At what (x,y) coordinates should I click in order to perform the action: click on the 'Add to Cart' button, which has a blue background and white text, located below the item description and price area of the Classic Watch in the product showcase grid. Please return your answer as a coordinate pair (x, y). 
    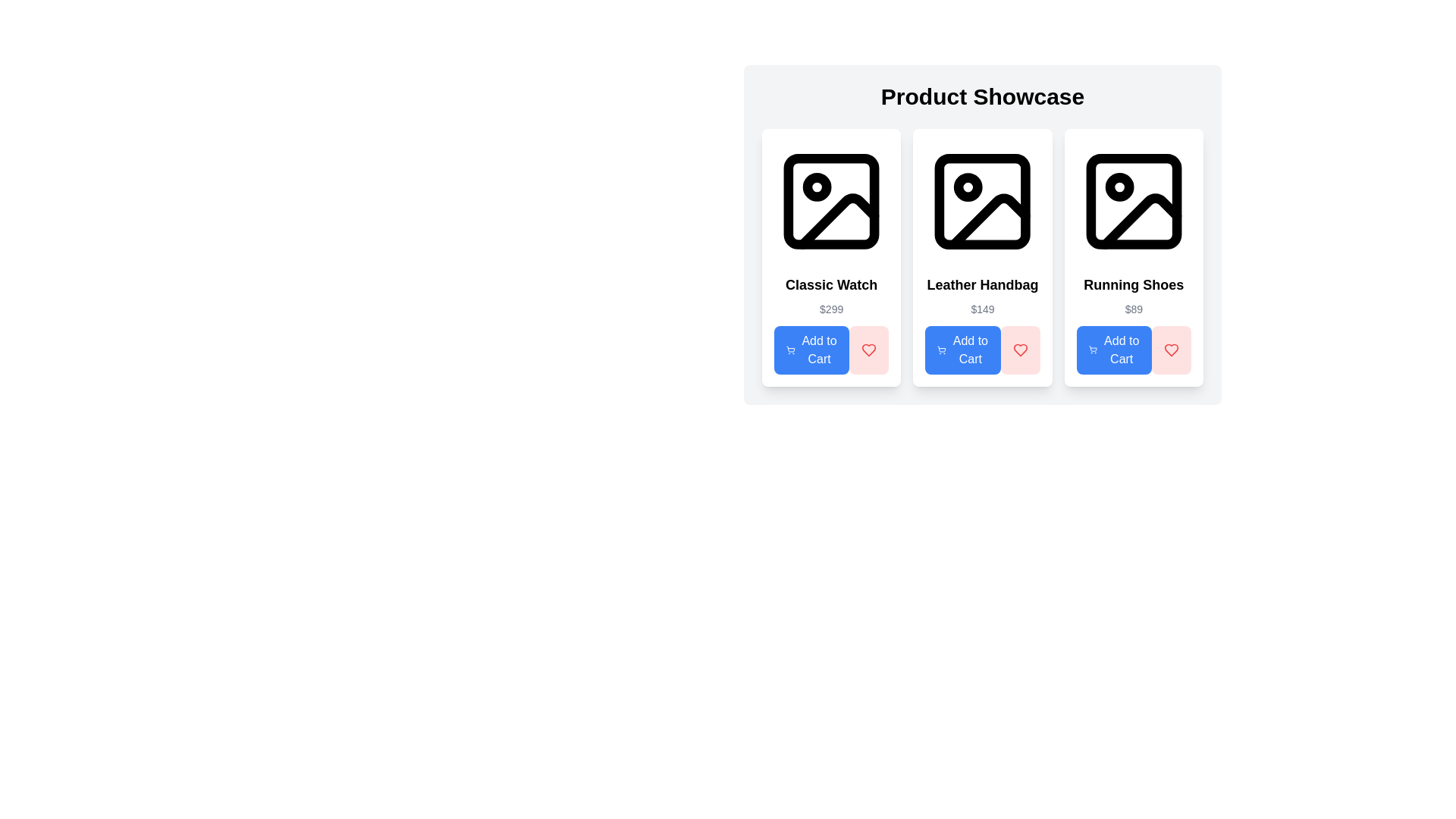
    Looking at the image, I should click on (811, 350).